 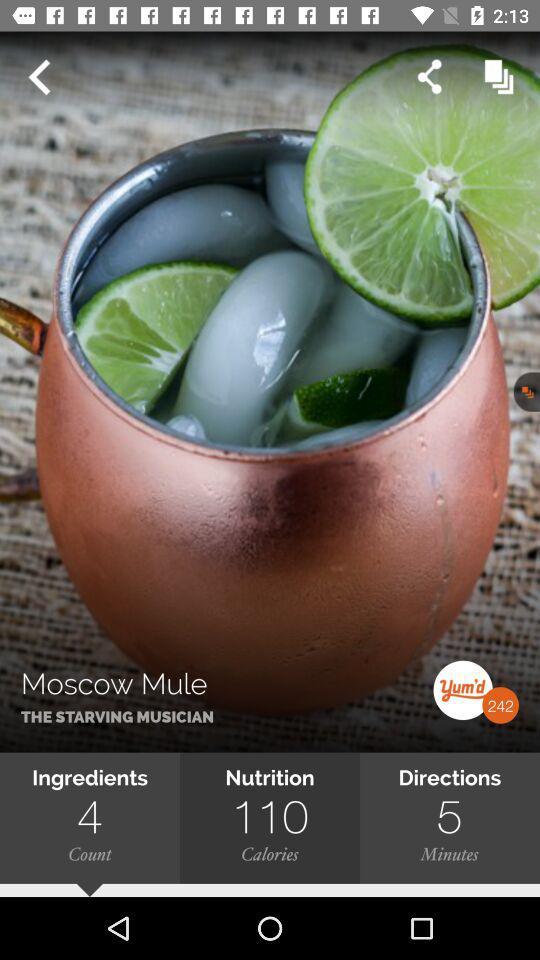 What do you see at coordinates (38, 77) in the screenshot?
I see `the arrow_backward icon` at bounding box center [38, 77].